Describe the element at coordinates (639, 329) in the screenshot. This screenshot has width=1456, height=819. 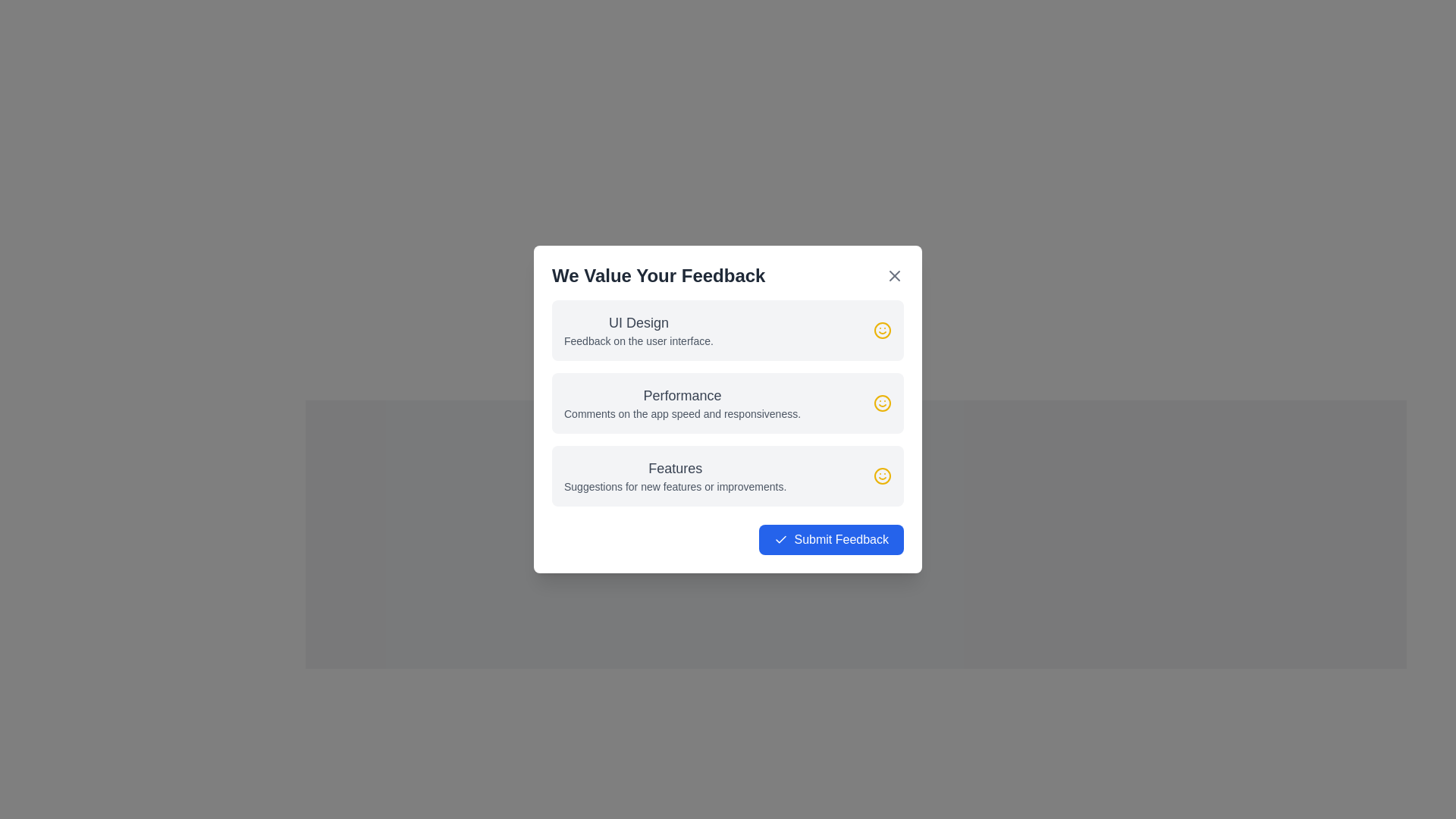
I see `the static text block for 'UI Design' in the feedback form, which is located under 'We Value Your Feedback' and above the 'Performance' option` at that location.